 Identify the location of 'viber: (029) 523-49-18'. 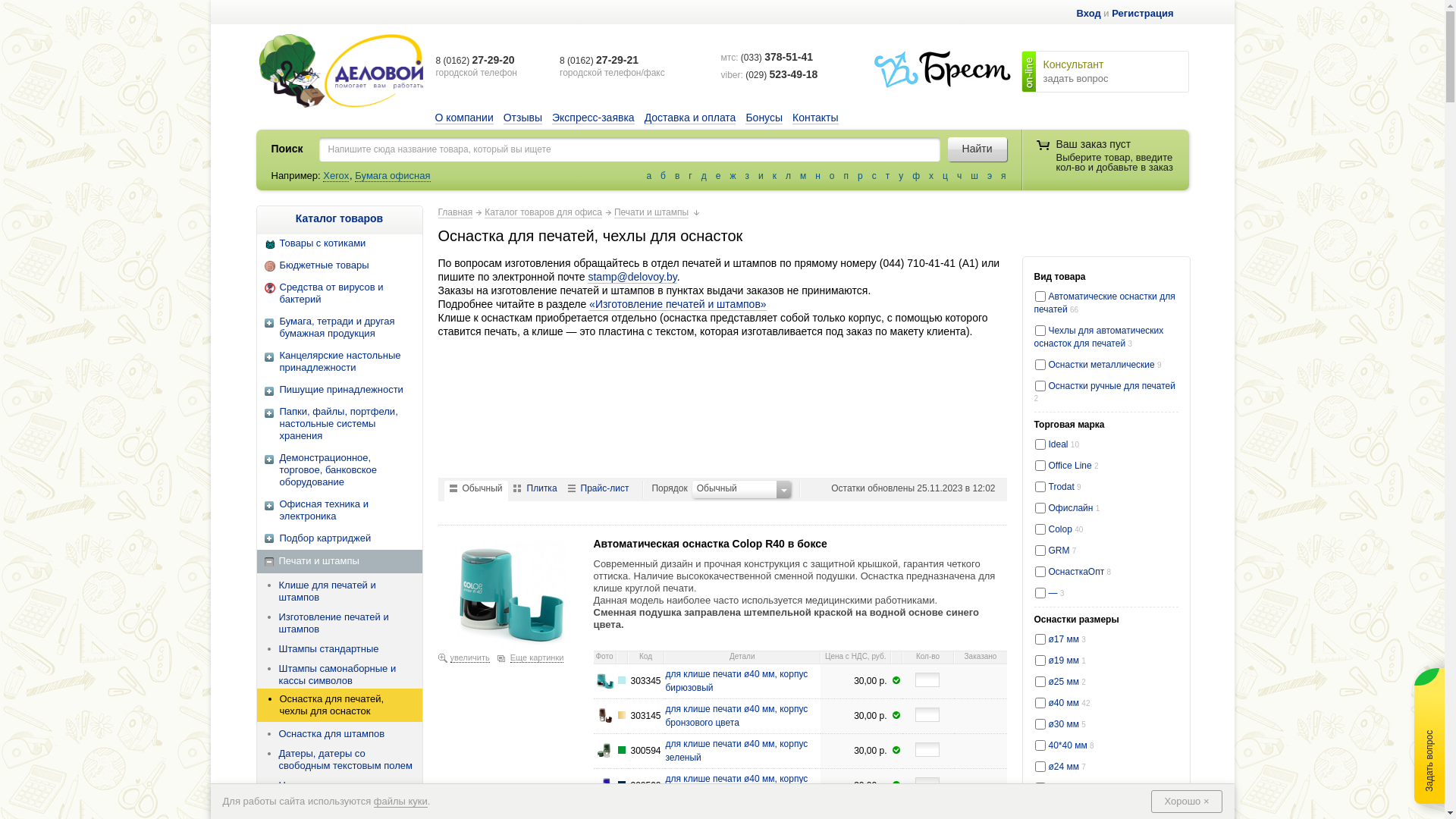
(720, 75).